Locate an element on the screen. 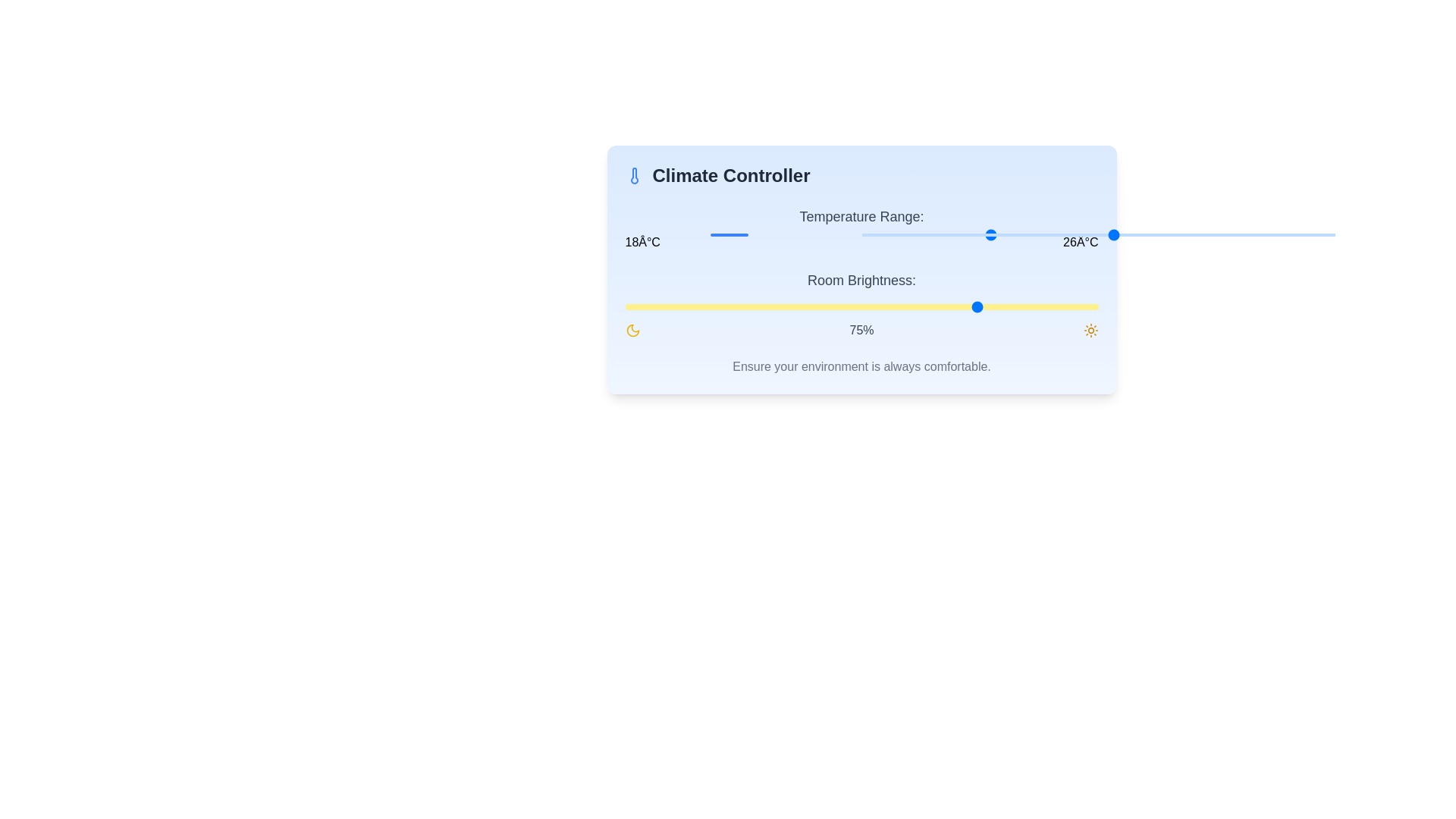  the static text label displaying '18°C', which is located to the left of the 'Temperature Range:' label and aligned with '26°C' on its right is located at coordinates (642, 242).